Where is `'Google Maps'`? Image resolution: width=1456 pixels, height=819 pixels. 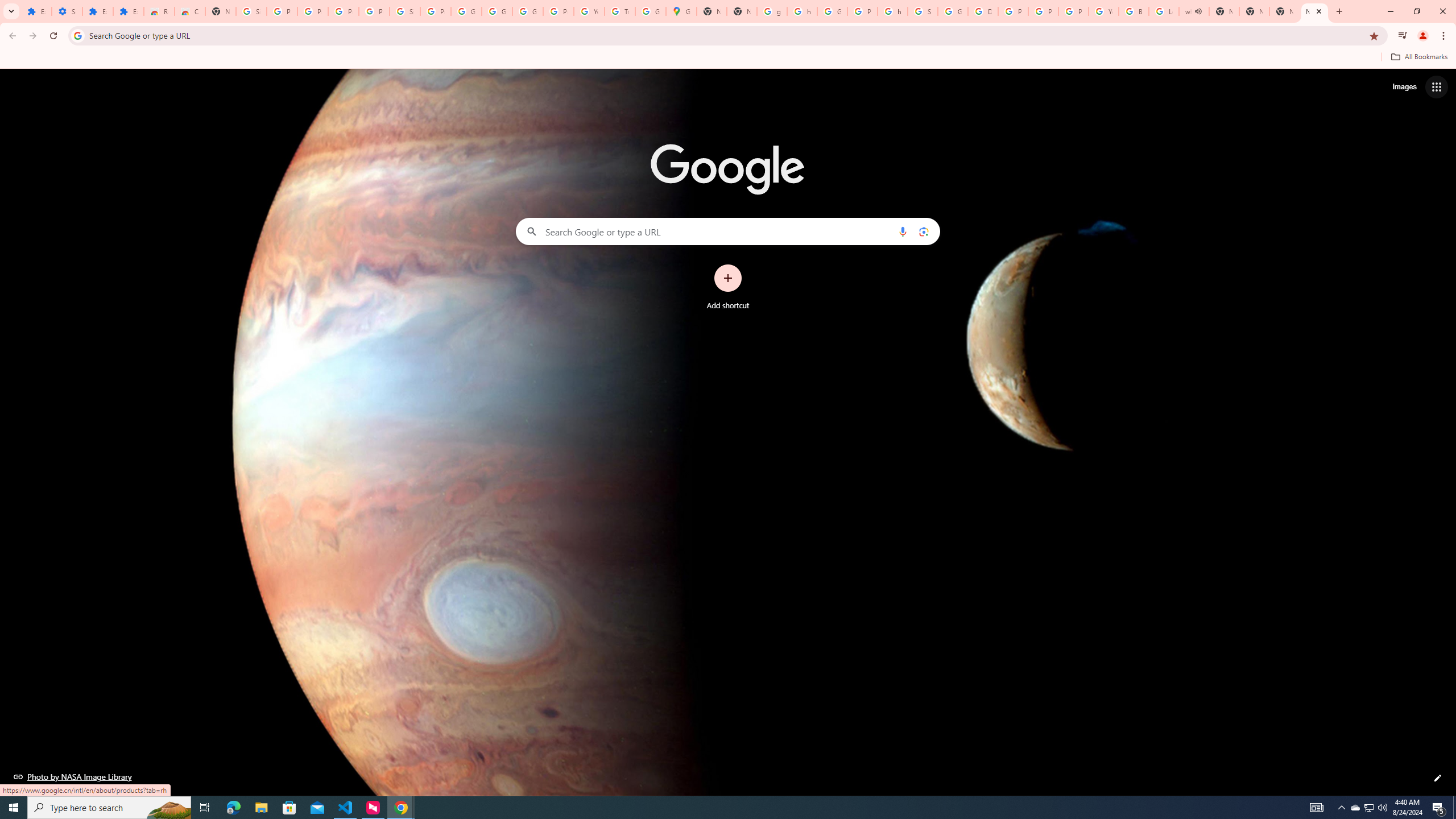 'Google Maps' is located at coordinates (681, 11).